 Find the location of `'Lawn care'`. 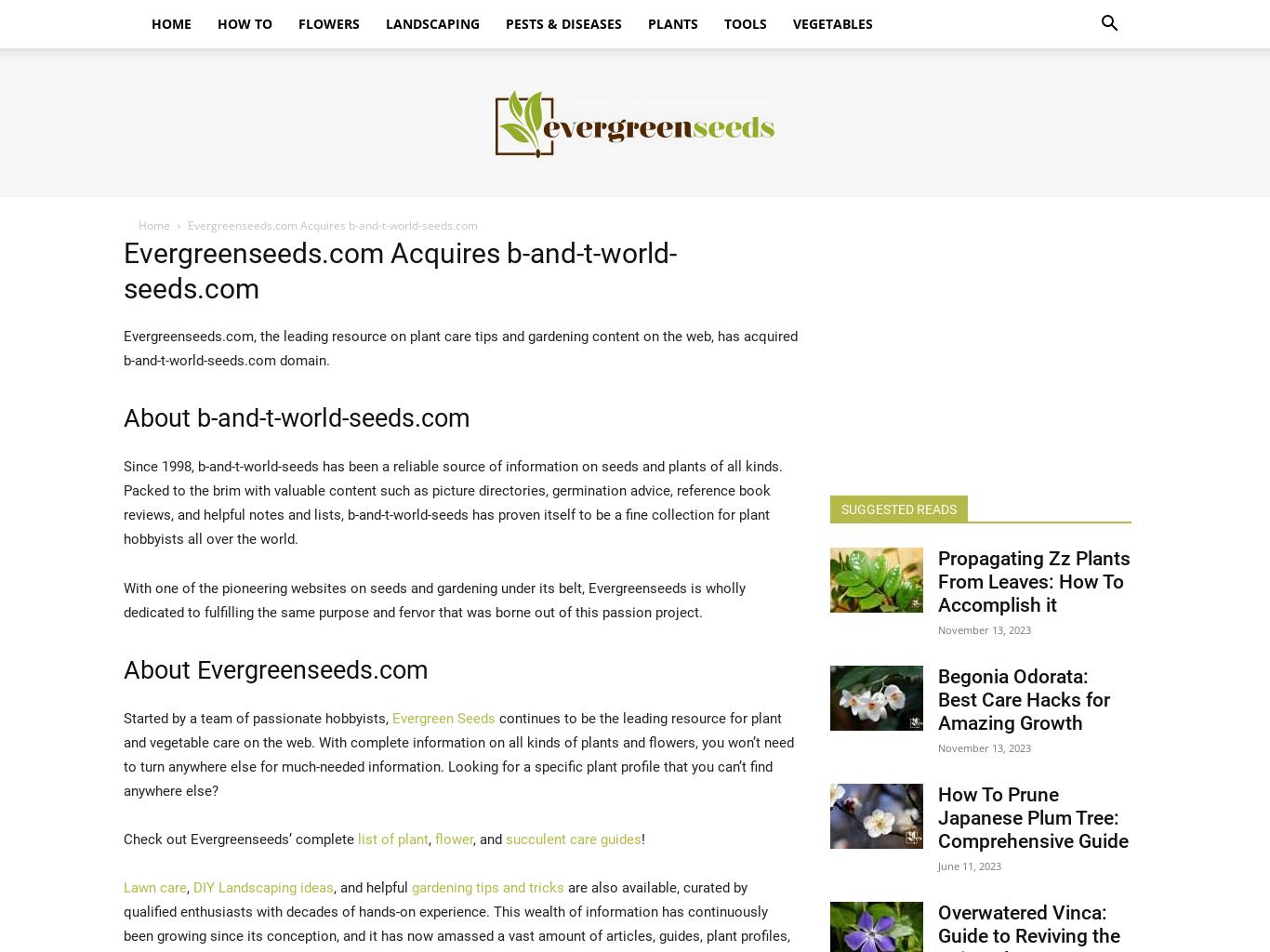

'Lawn care' is located at coordinates (154, 887).